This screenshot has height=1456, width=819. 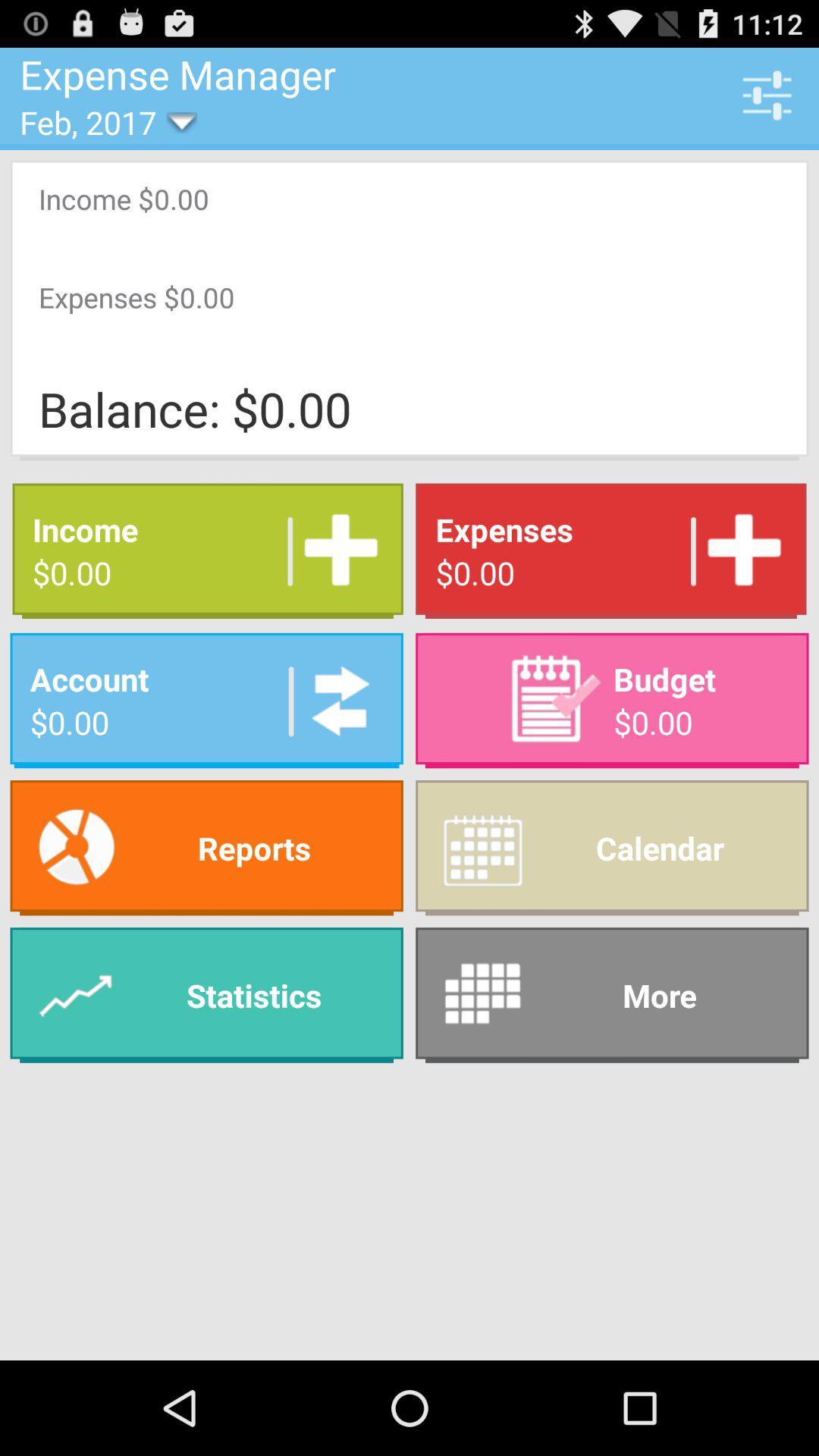 What do you see at coordinates (334, 550) in the screenshot?
I see `to add option` at bounding box center [334, 550].